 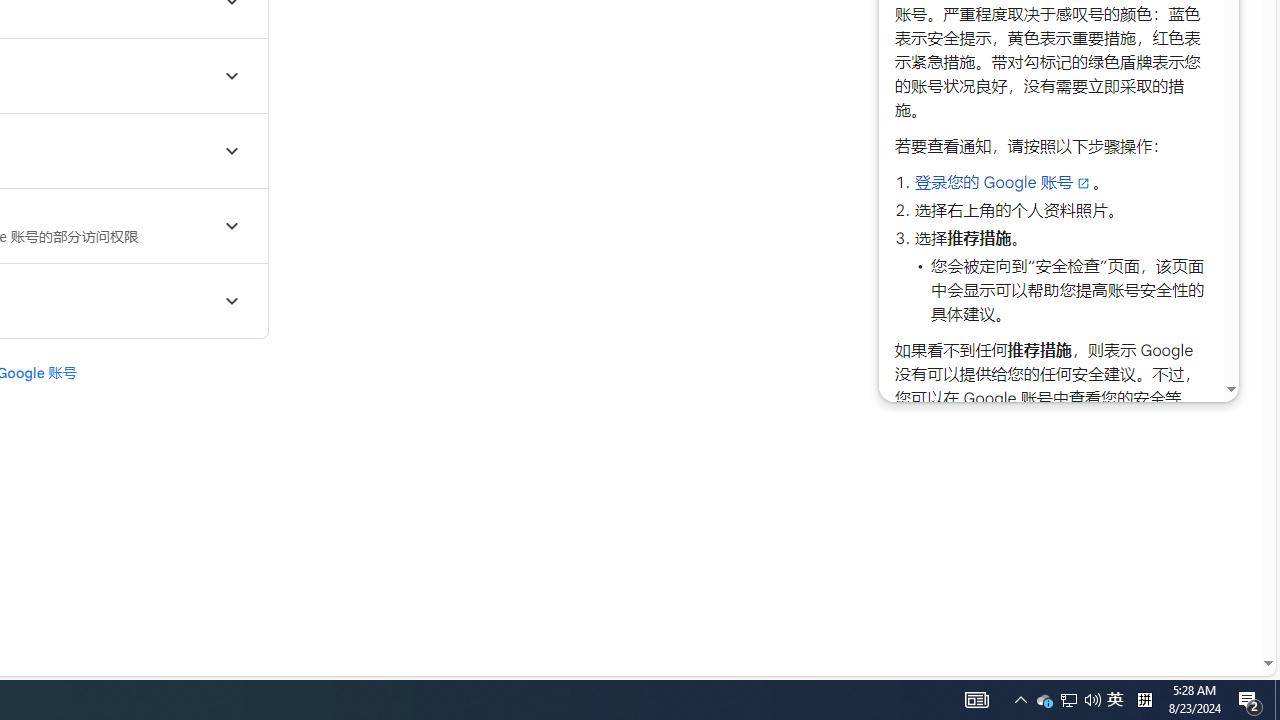 I want to click on 'User Promoted Notification Area', so click(x=1068, y=698).